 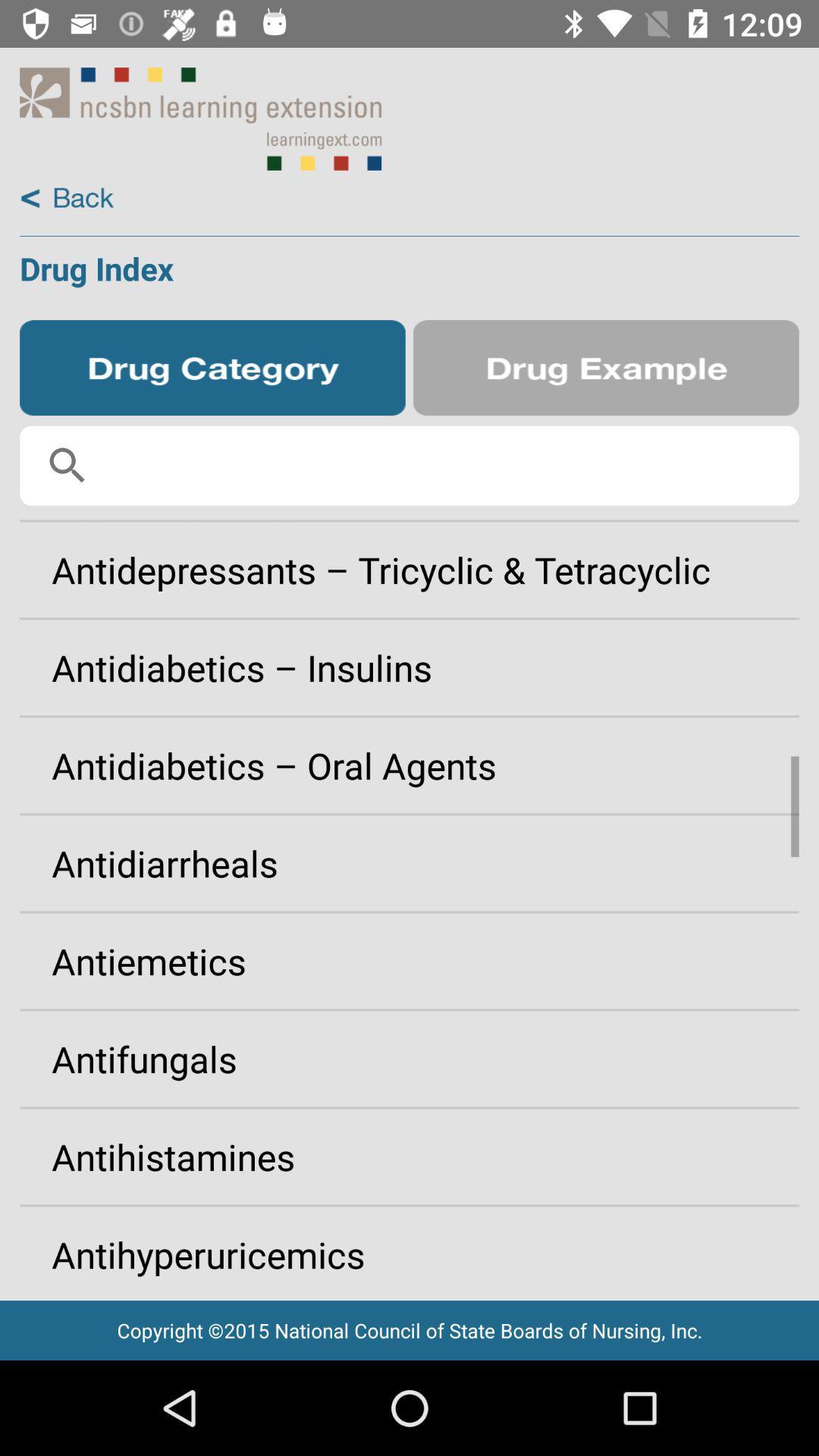 What do you see at coordinates (409, 863) in the screenshot?
I see `antidiarrheals app` at bounding box center [409, 863].